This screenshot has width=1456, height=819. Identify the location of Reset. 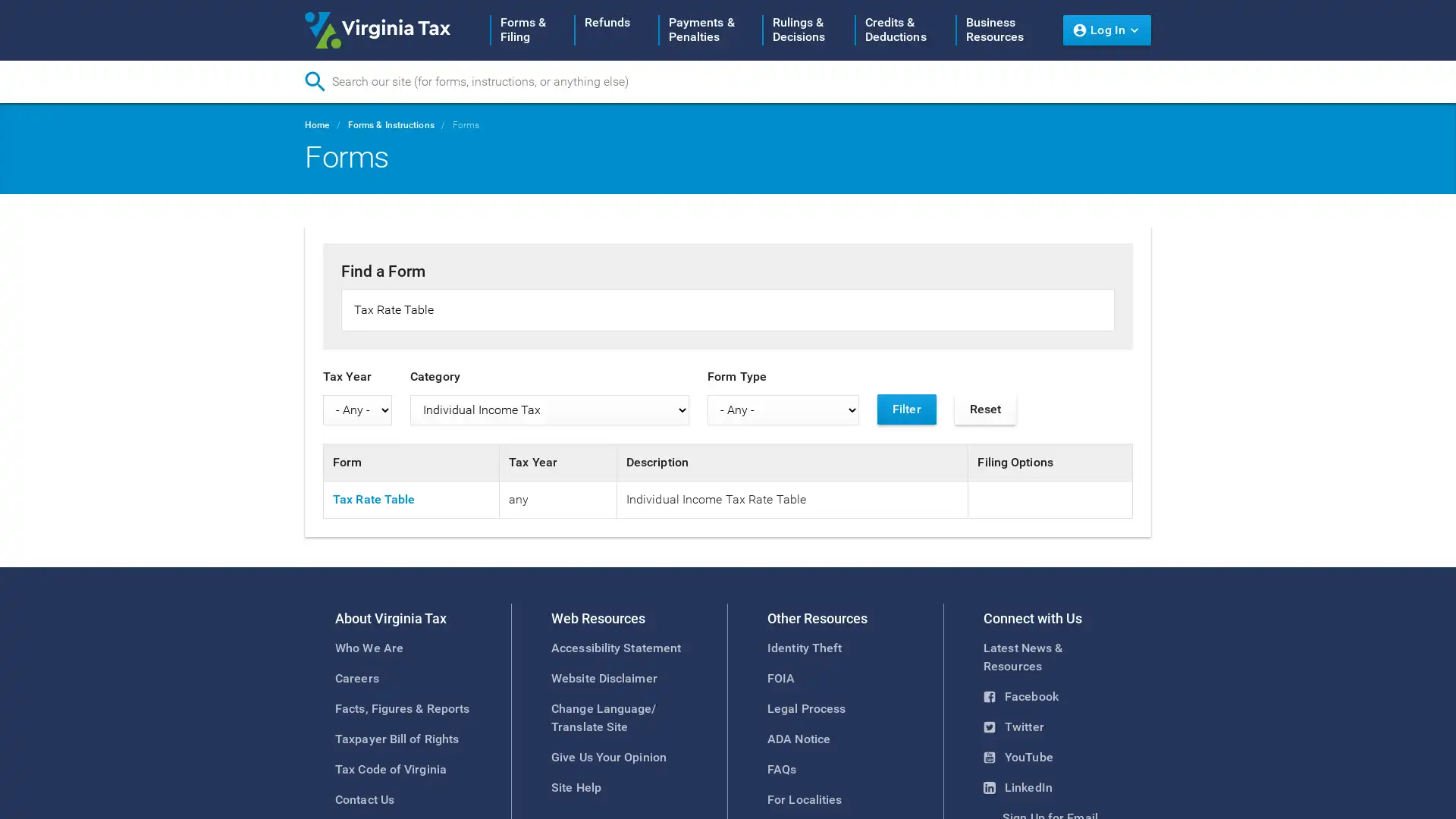
(985, 408).